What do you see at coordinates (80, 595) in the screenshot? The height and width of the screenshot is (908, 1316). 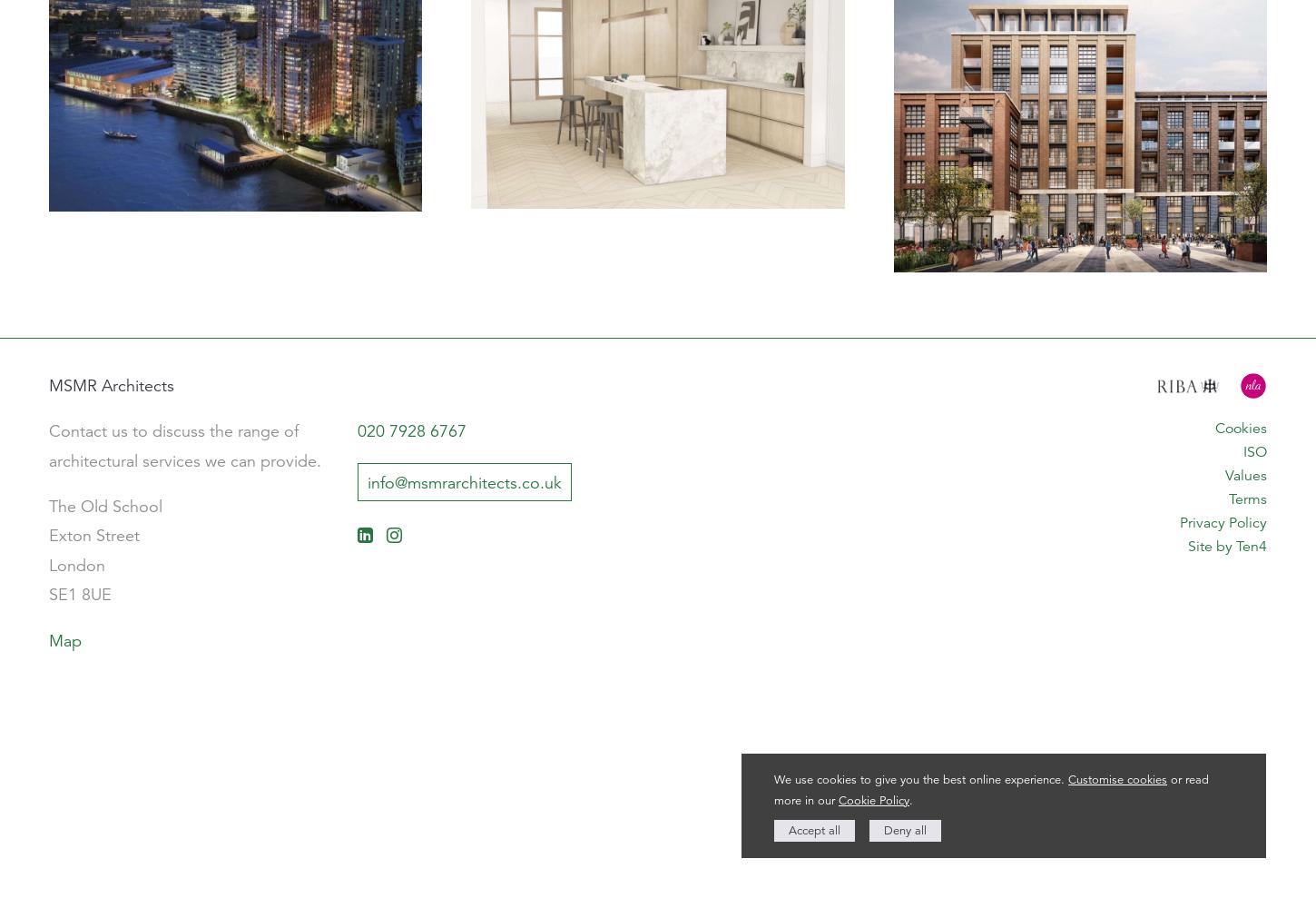 I see `'SE1 8UE'` at bounding box center [80, 595].